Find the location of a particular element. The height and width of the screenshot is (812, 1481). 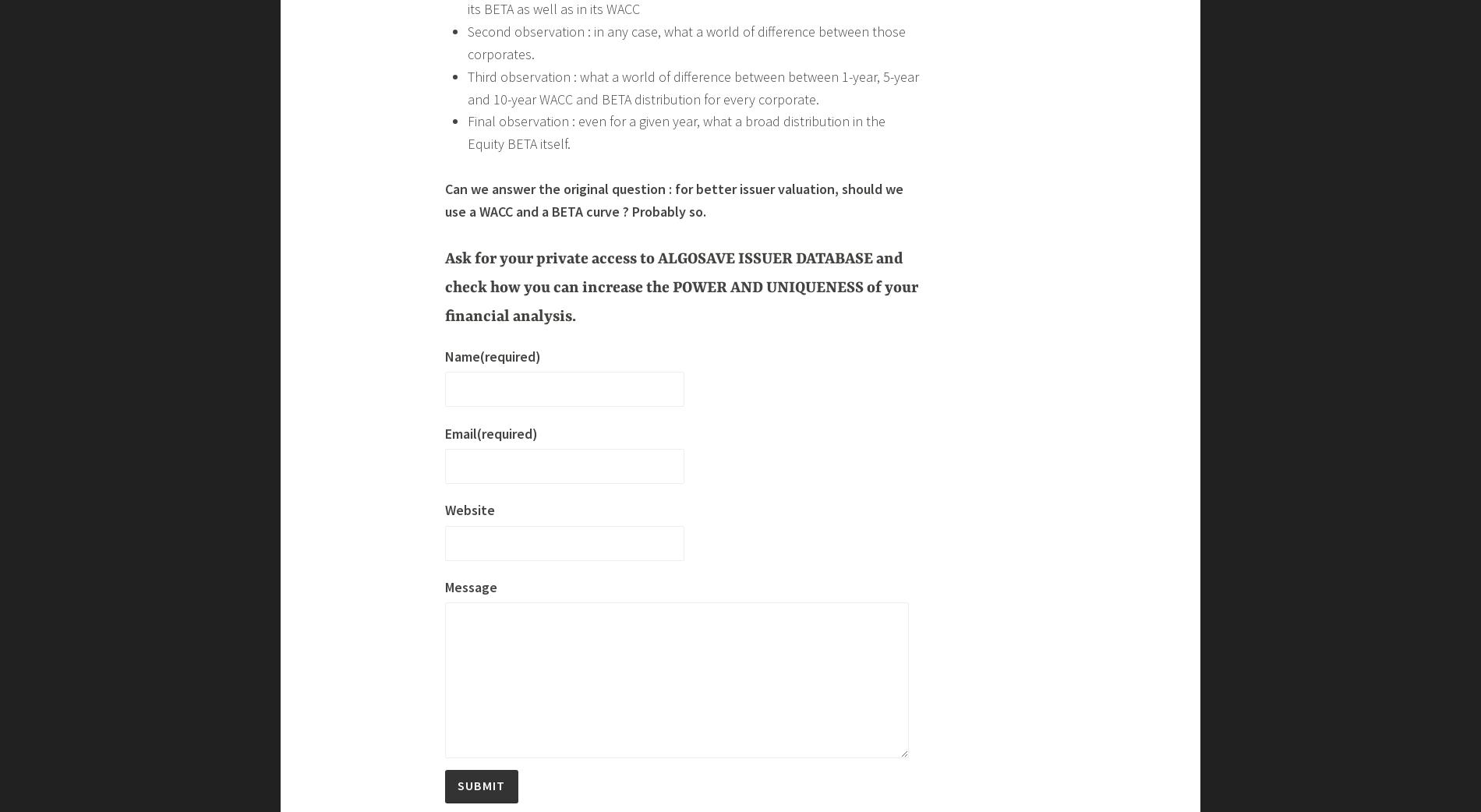

'1-year distribution in blue' is located at coordinates (541, 545).